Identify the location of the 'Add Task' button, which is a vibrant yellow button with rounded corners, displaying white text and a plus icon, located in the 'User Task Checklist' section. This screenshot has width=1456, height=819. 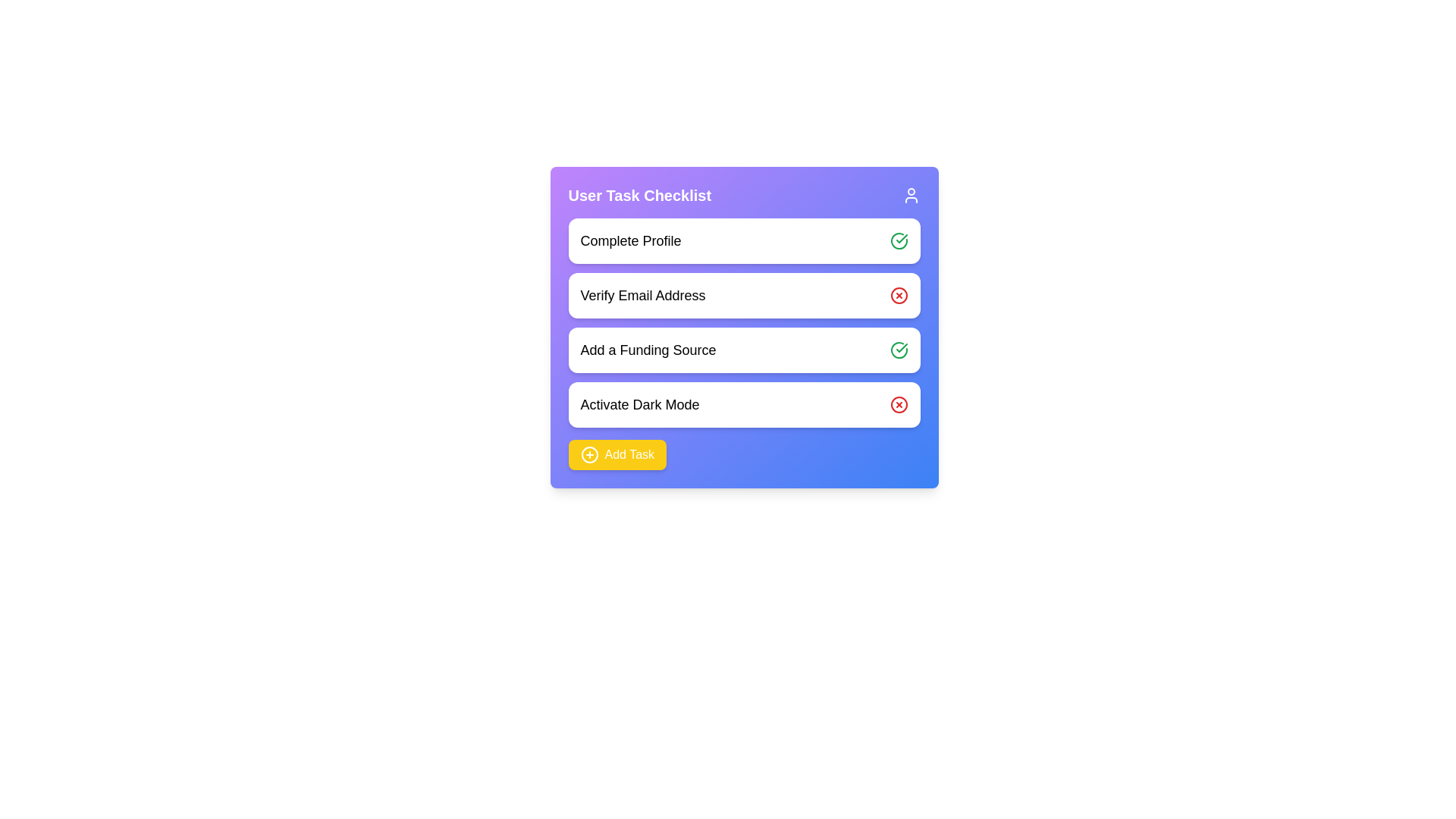
(617, 454).